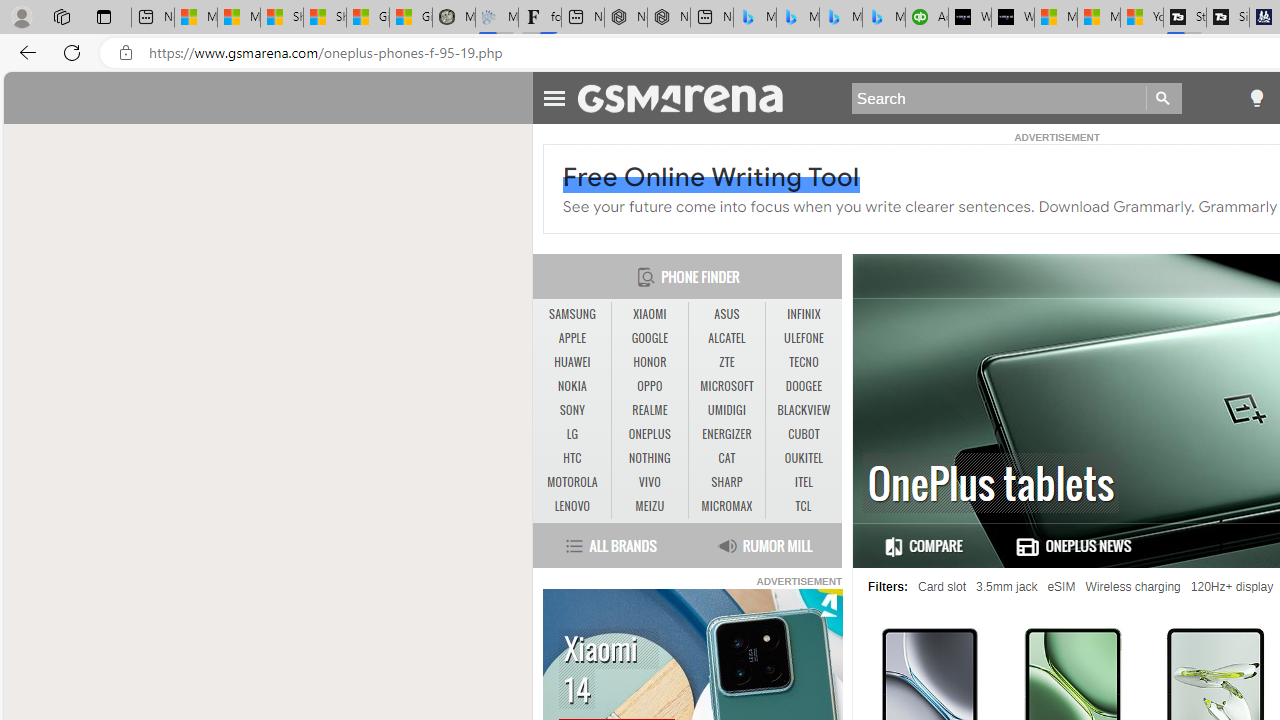 This screenshot has height=720, width=1280. What do you see at coordinates (571, 362) in the screenshot?
I see `'HUAWEI'` at bounding box center [571, 362].